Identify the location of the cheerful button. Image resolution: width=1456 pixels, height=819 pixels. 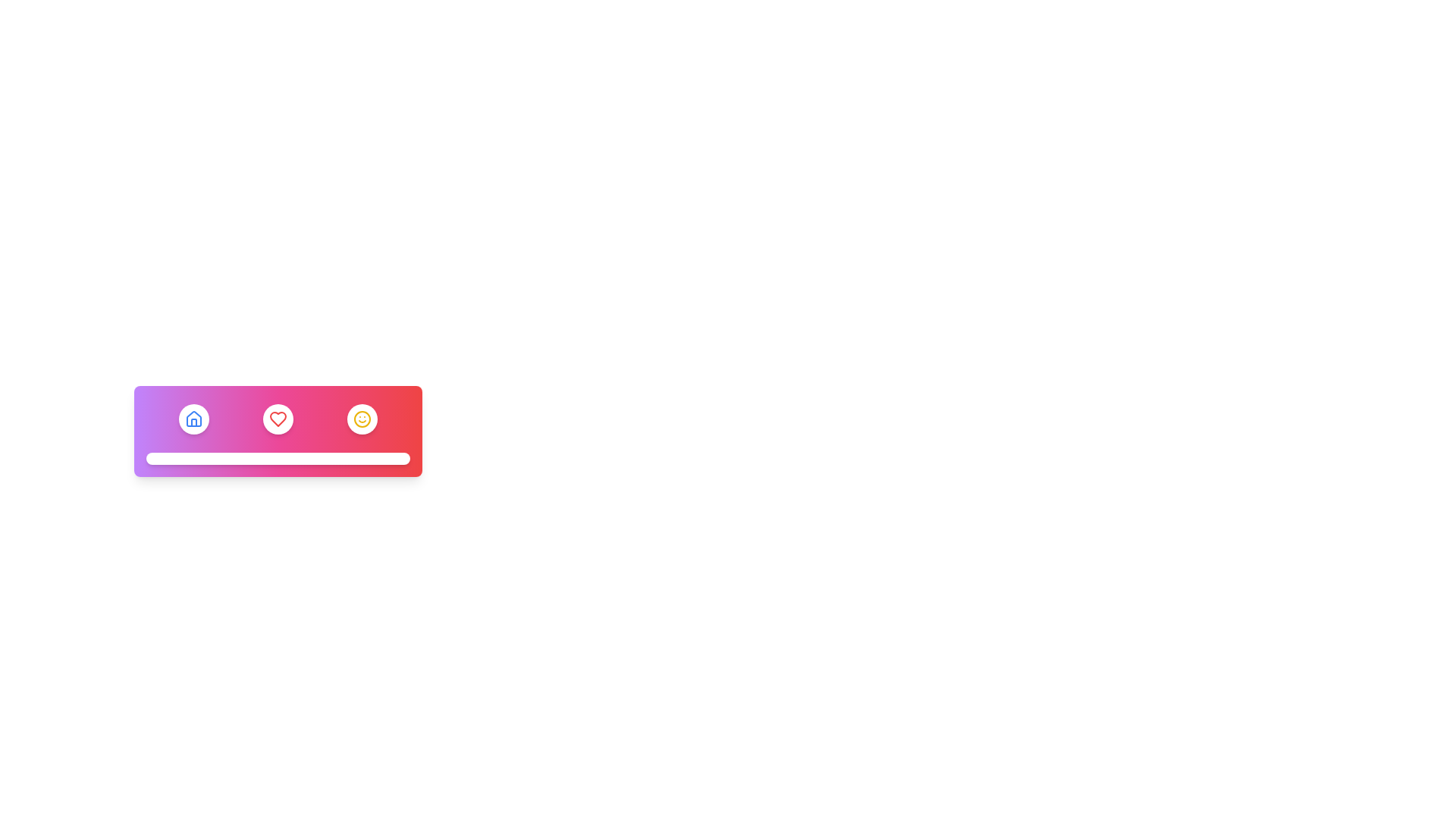
(361, 419).